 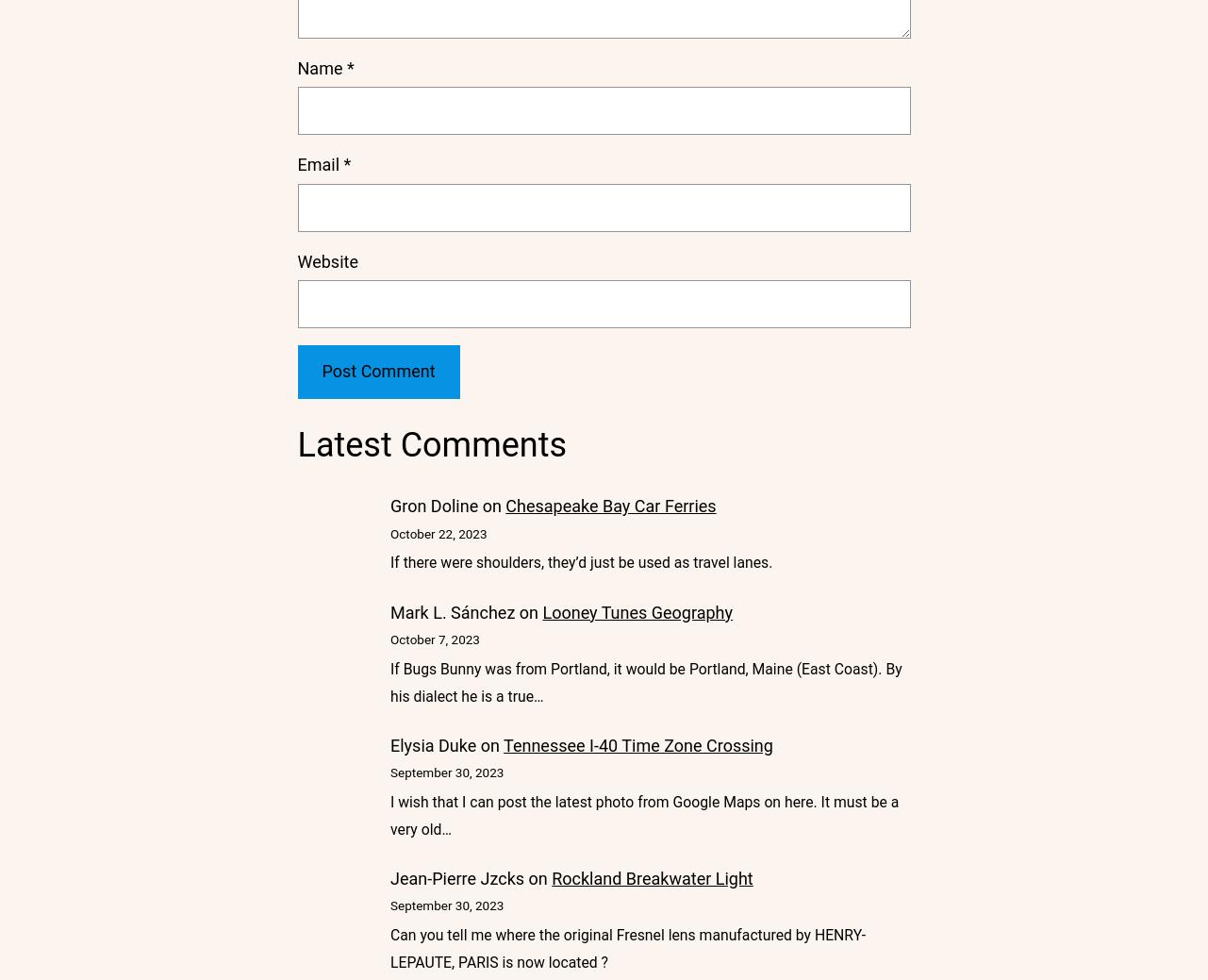 I want to click on 'Website', so click(x=295, y=260).